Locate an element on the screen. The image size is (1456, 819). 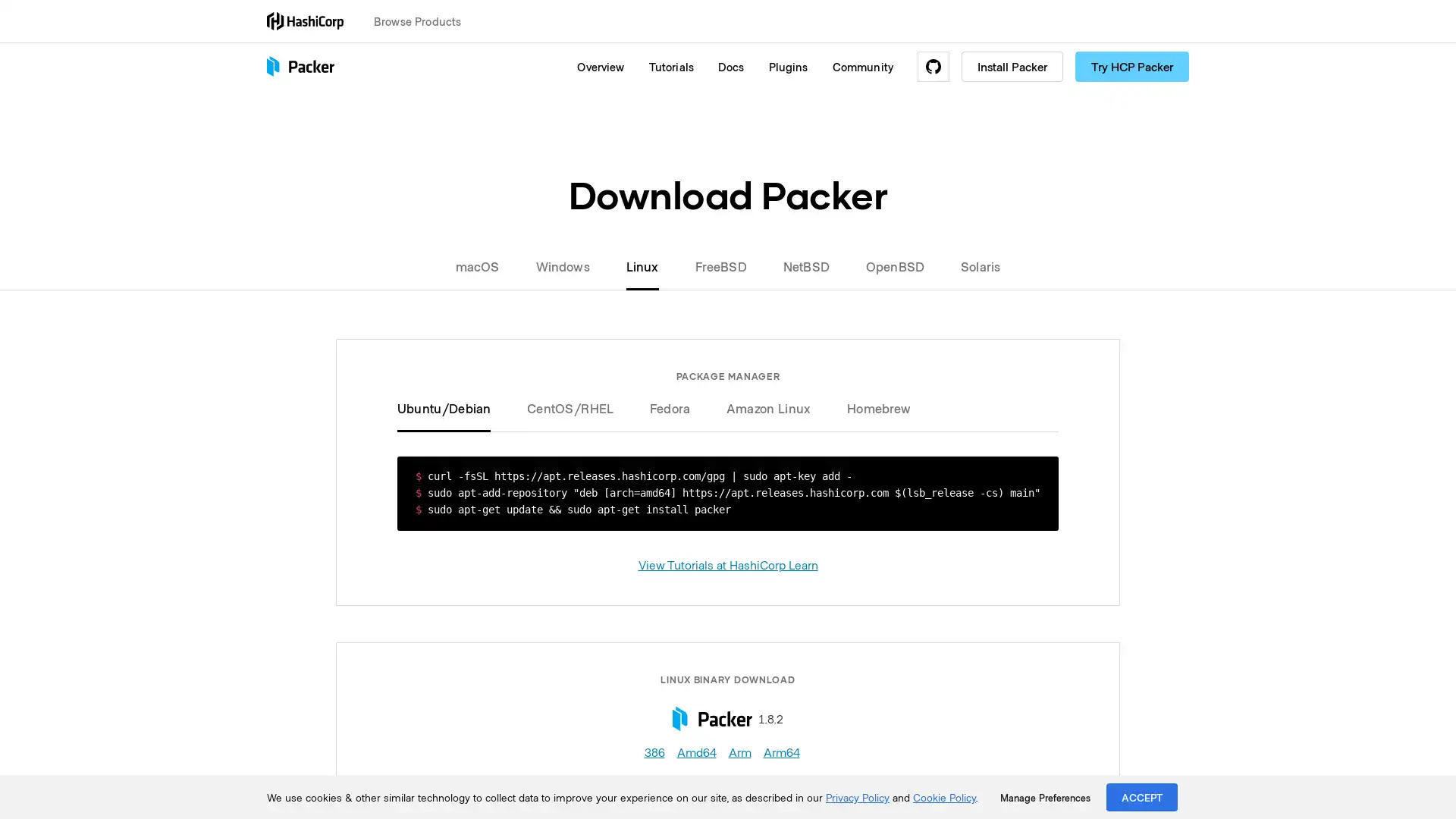
Ubuntu/Debian is located at coordinates (452, 406).